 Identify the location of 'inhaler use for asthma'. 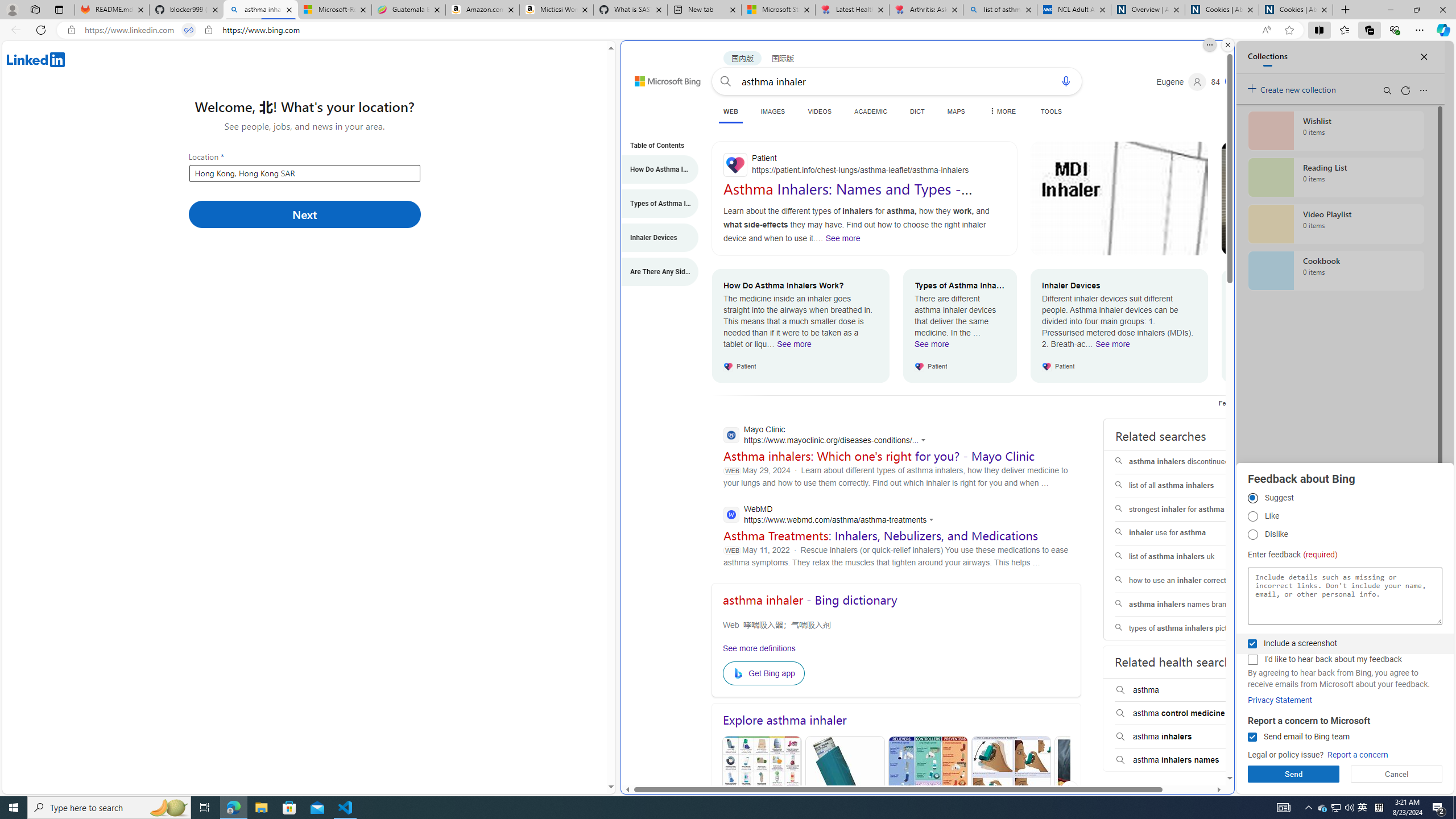
(1187, 533).